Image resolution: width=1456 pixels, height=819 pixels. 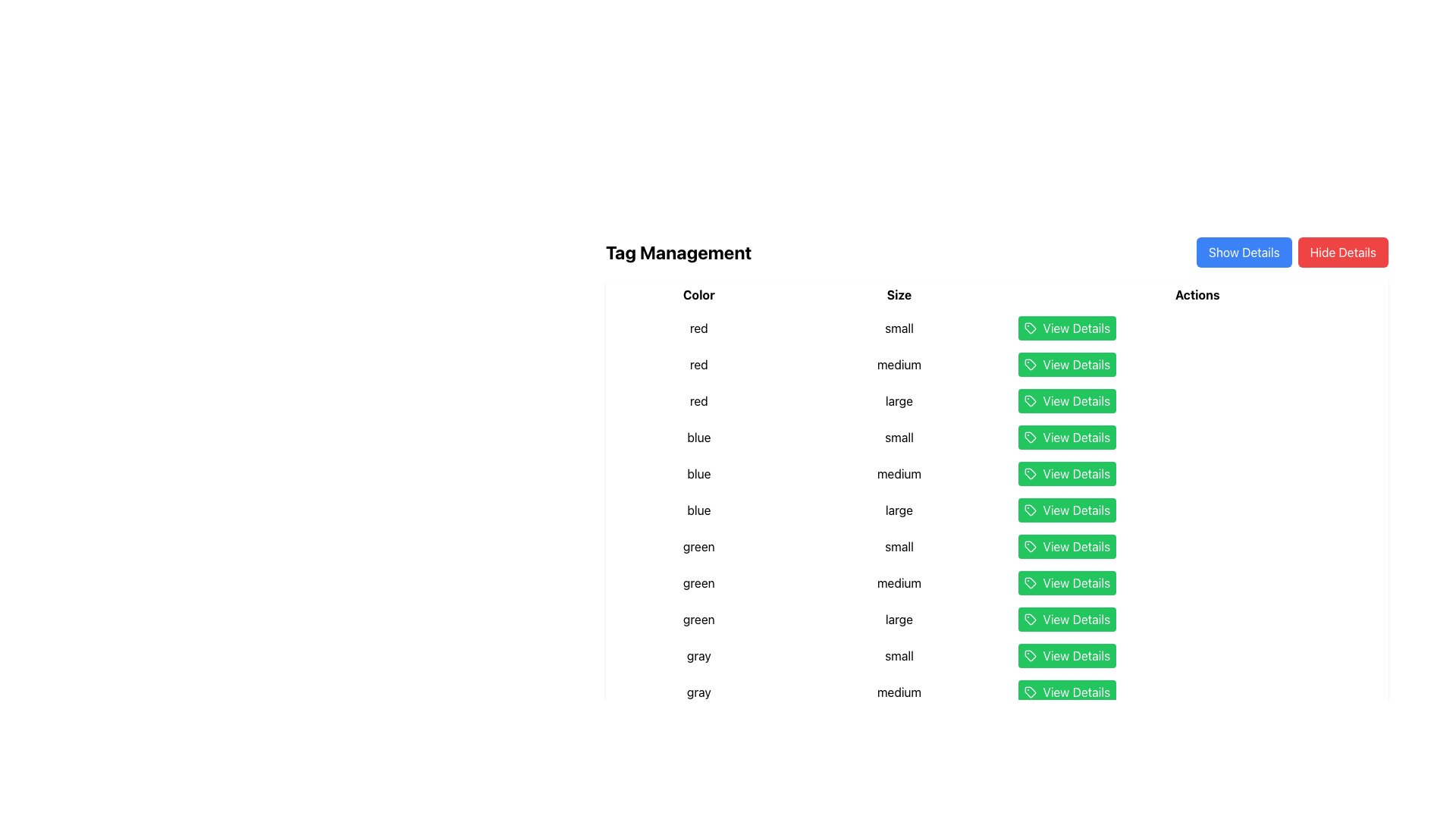 I want to click on the decorative icon within the green 'View Details' button located in the eighth row of the 'Actions' column, so click(x=1030, y=581).